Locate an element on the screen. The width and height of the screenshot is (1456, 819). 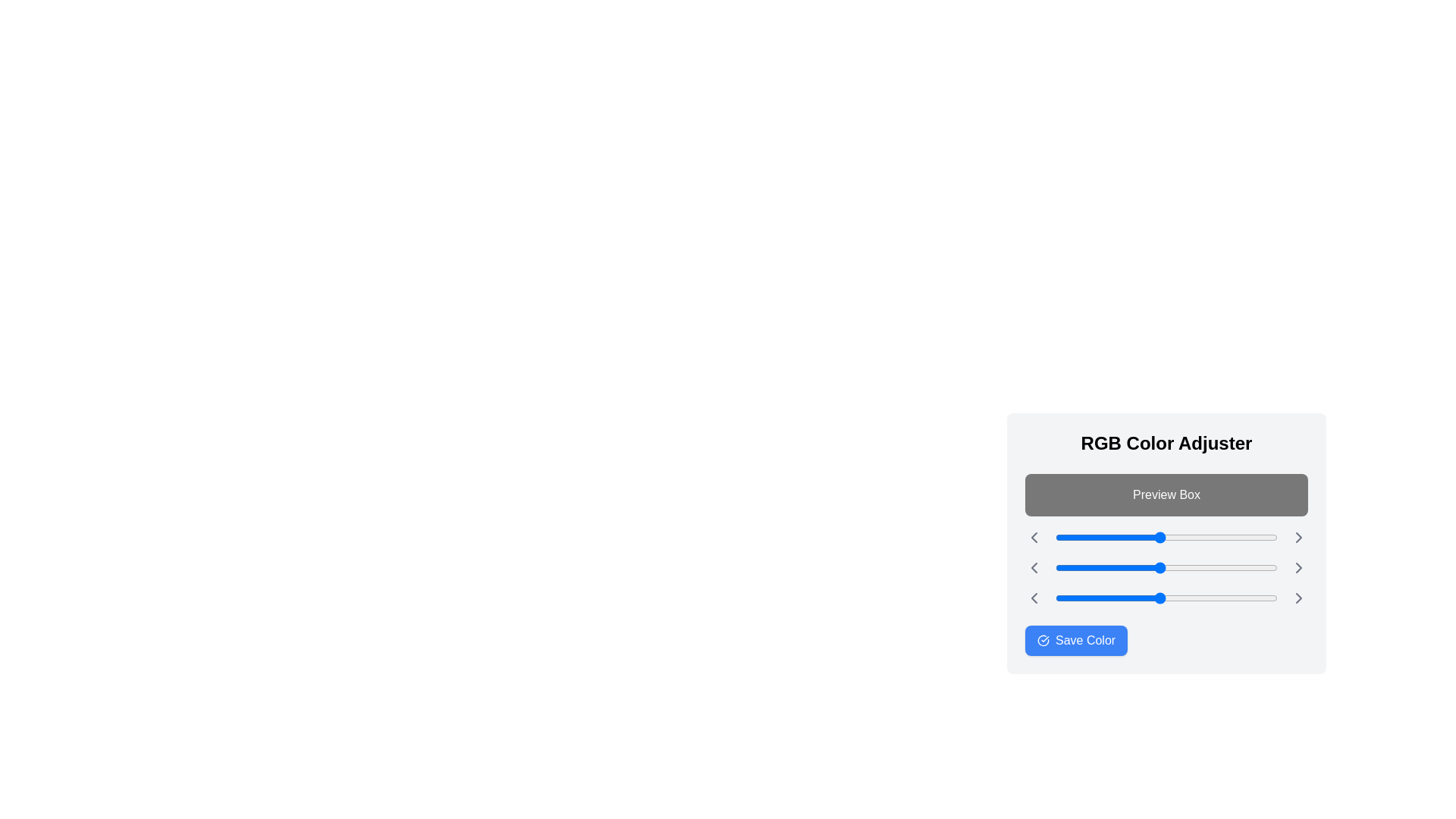
the red color slider to 109 (0-255) is located at coordinates (1150, 537).